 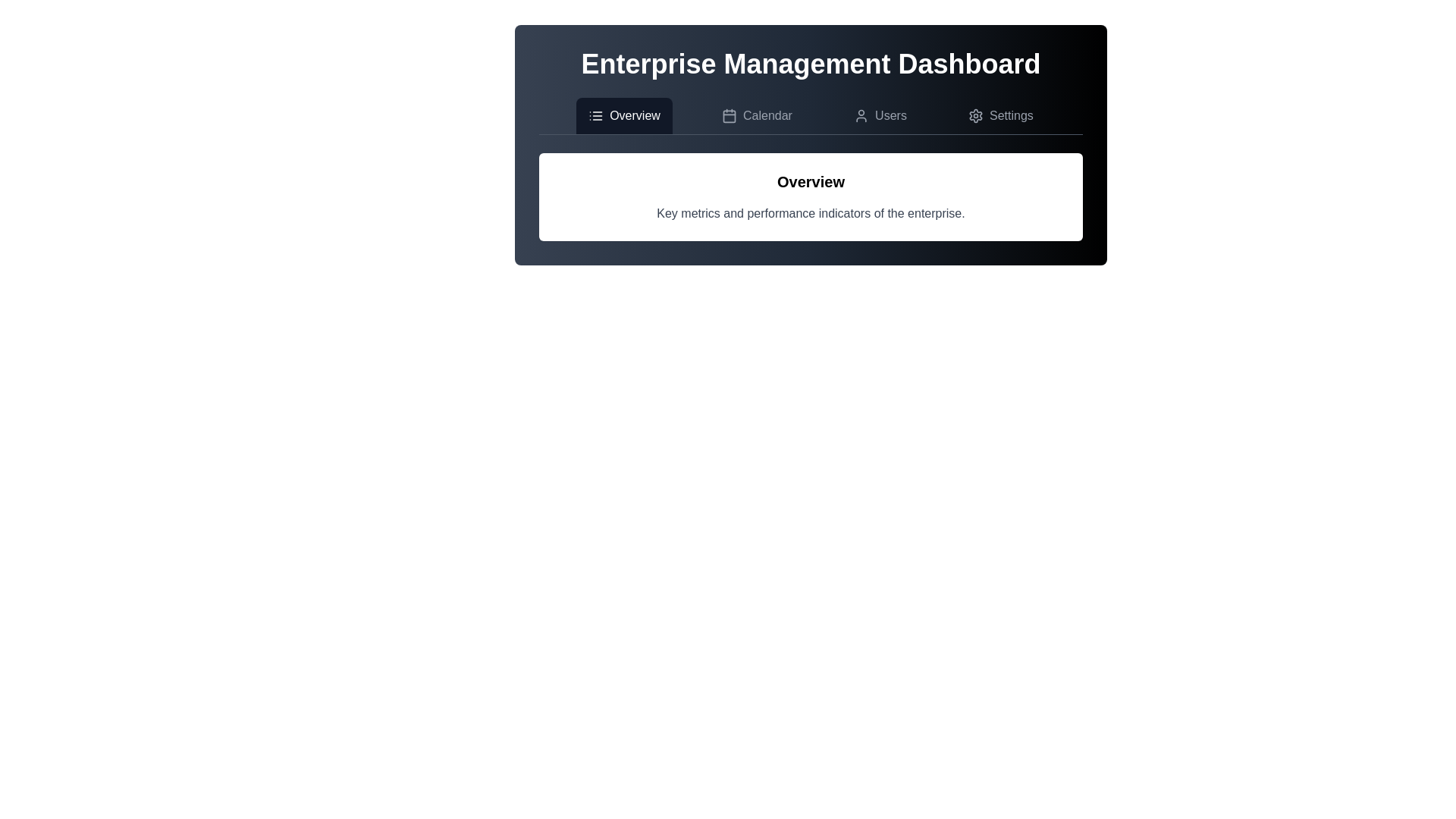 I want to click on displayed text from the Text Label located at the top center of the white, rounded rectangular card in the main dashboard interface, so click(x=810, y=180).